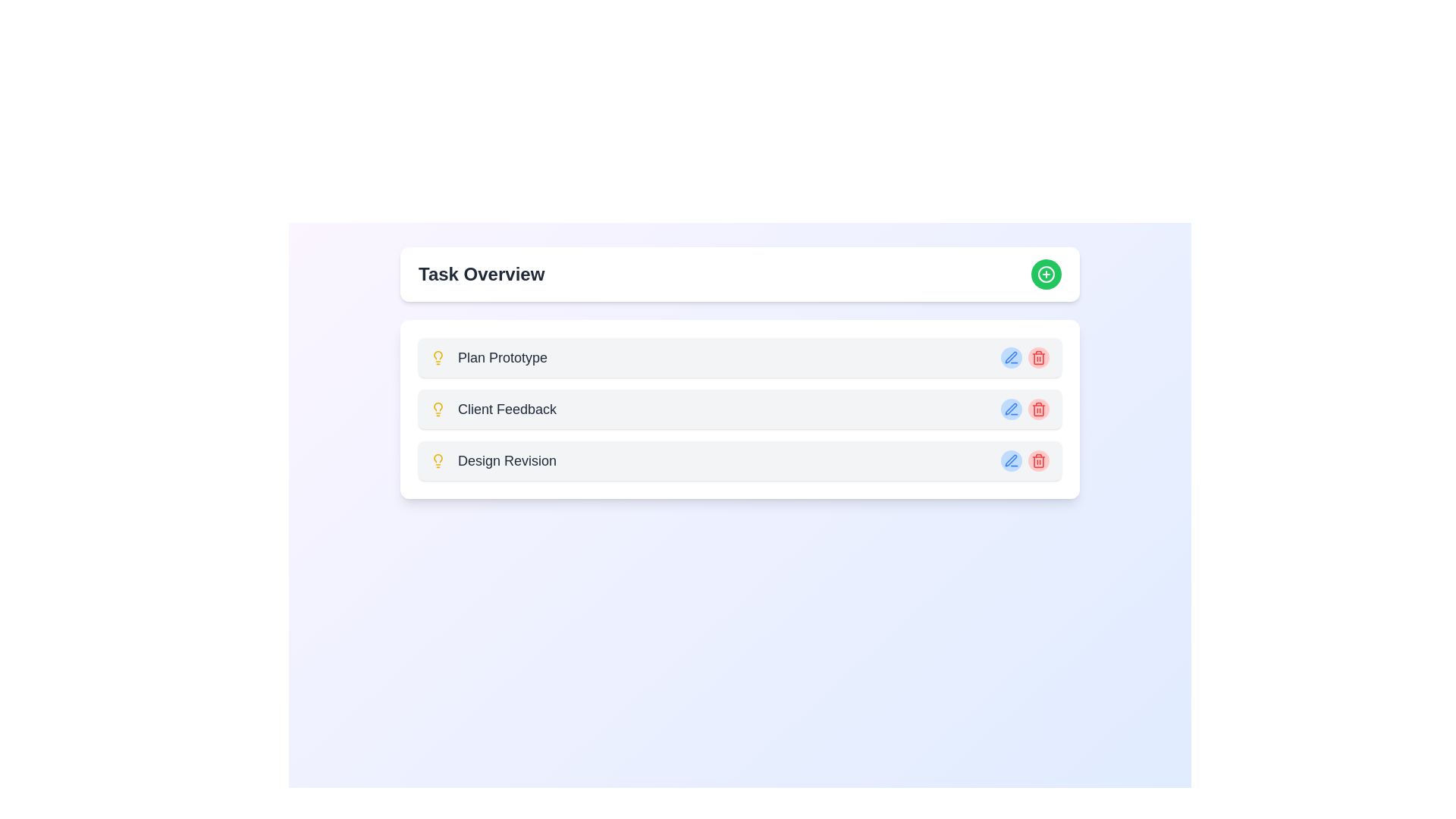 The width and height of the screenshot is (1456, 819). I want to click on the edit button located in the middle-right side of the 'Client Feedback' task entry, so click(1012, 409).